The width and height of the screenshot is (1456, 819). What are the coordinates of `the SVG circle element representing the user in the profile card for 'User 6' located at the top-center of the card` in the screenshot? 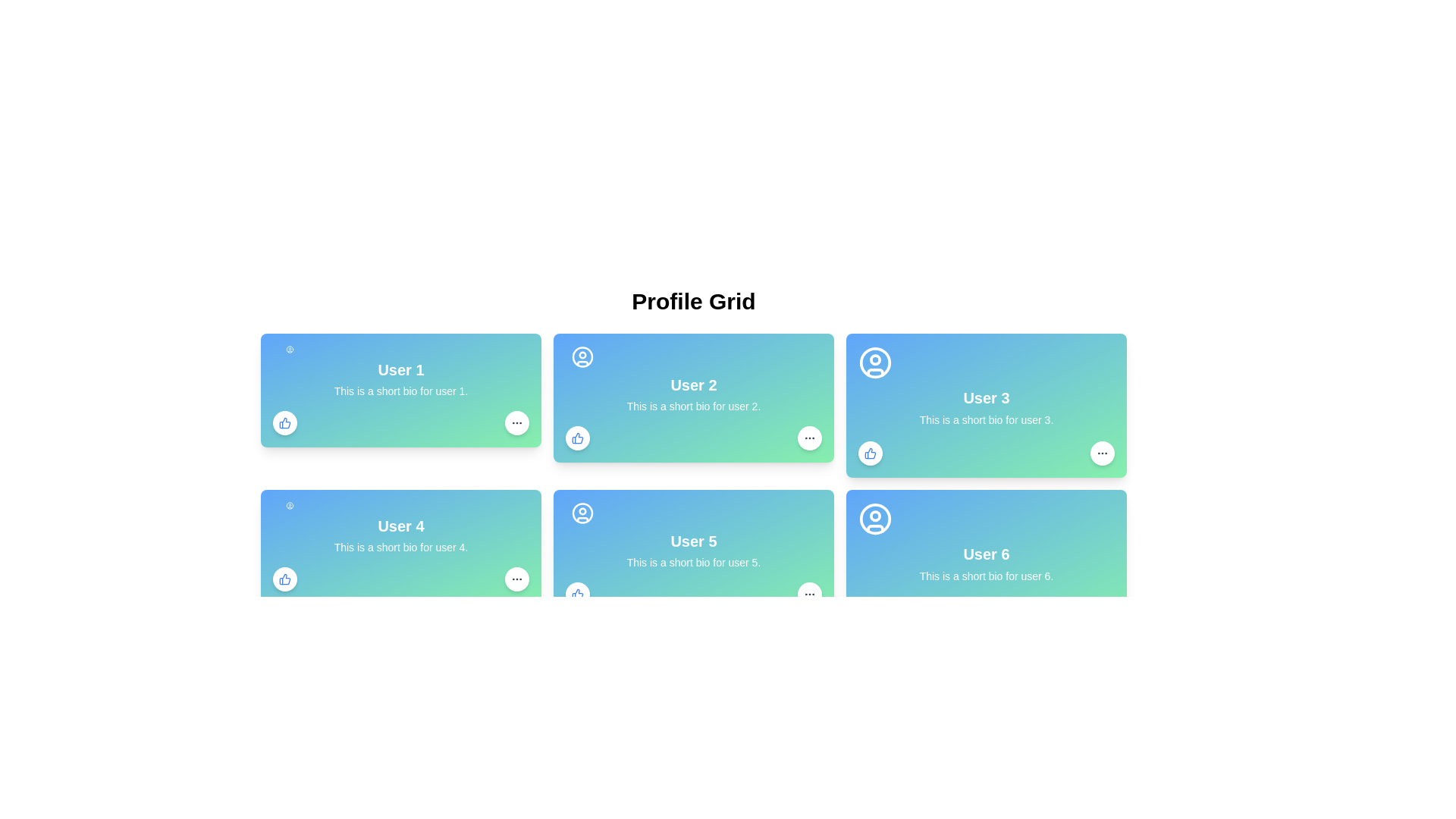 It's located at (875, 518).